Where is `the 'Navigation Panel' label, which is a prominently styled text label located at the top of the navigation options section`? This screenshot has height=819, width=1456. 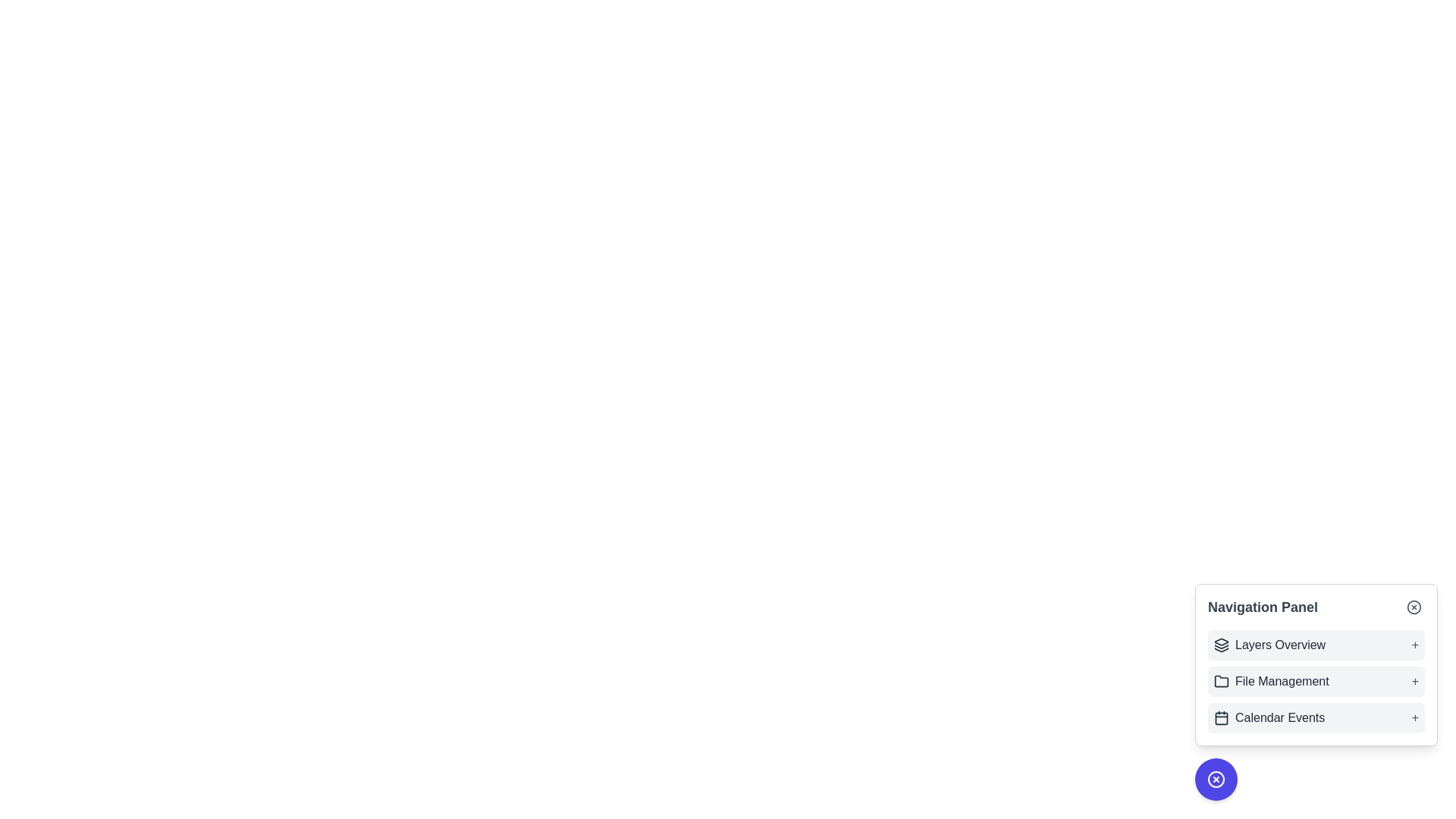 the 'Navigation Panel' label, which is a prominently styled text label located at the top of the navigation options section is located at coordinates (1263, 607).